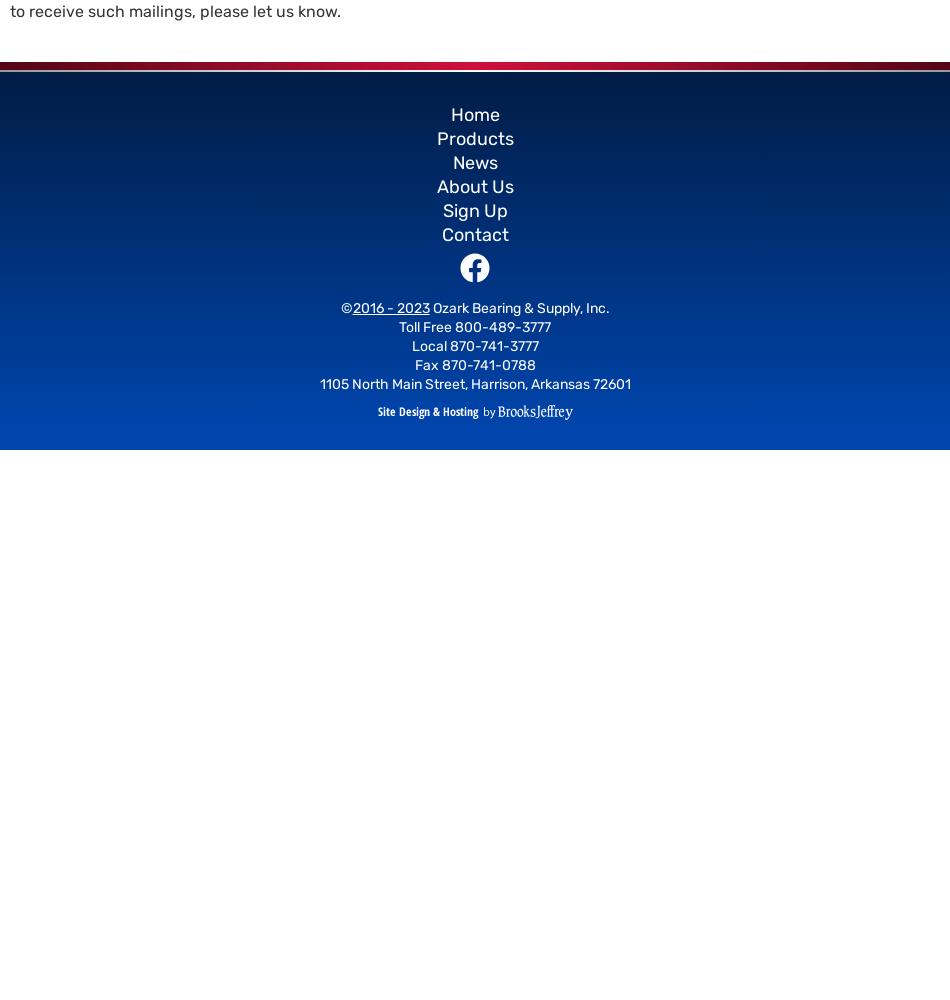 The image size is (950, 1000). I want to click on 'Toll Free 800-489-3777', so click(475, 326).